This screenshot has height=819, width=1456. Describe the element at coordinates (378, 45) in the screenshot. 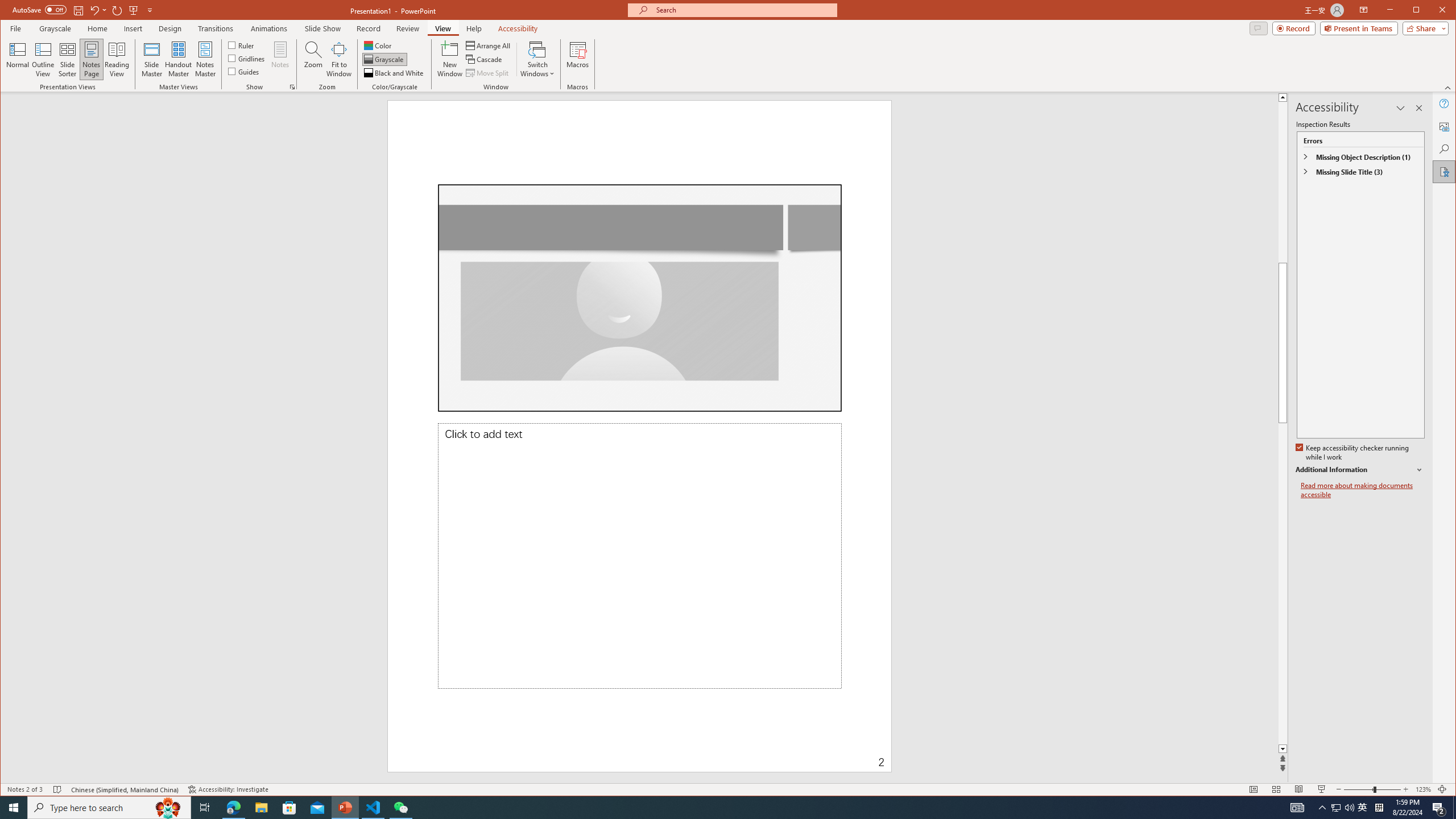

I see `'Color'` at that location.